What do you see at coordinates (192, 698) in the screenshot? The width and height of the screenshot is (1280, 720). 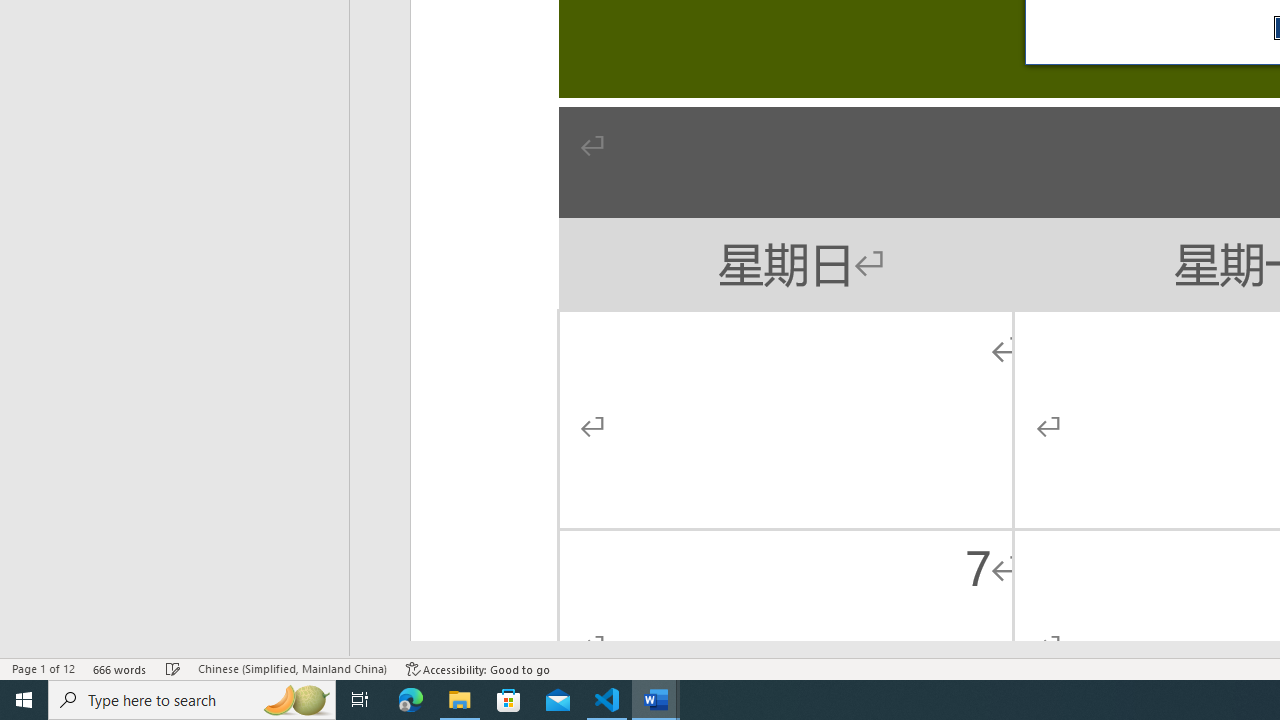 I see `'Type here to search'` at bounding box center [192, 698].